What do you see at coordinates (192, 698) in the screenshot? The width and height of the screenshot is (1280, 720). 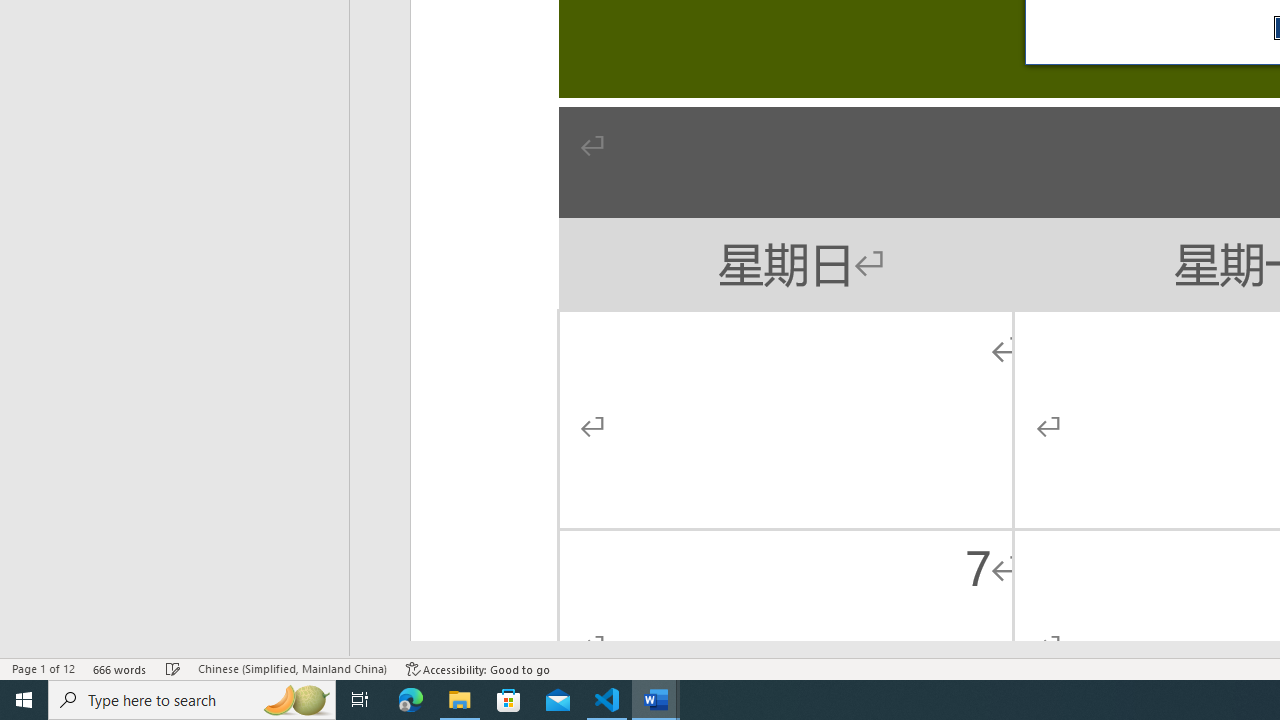 I see `'Type here to search'` at bounding box center [192, 698].